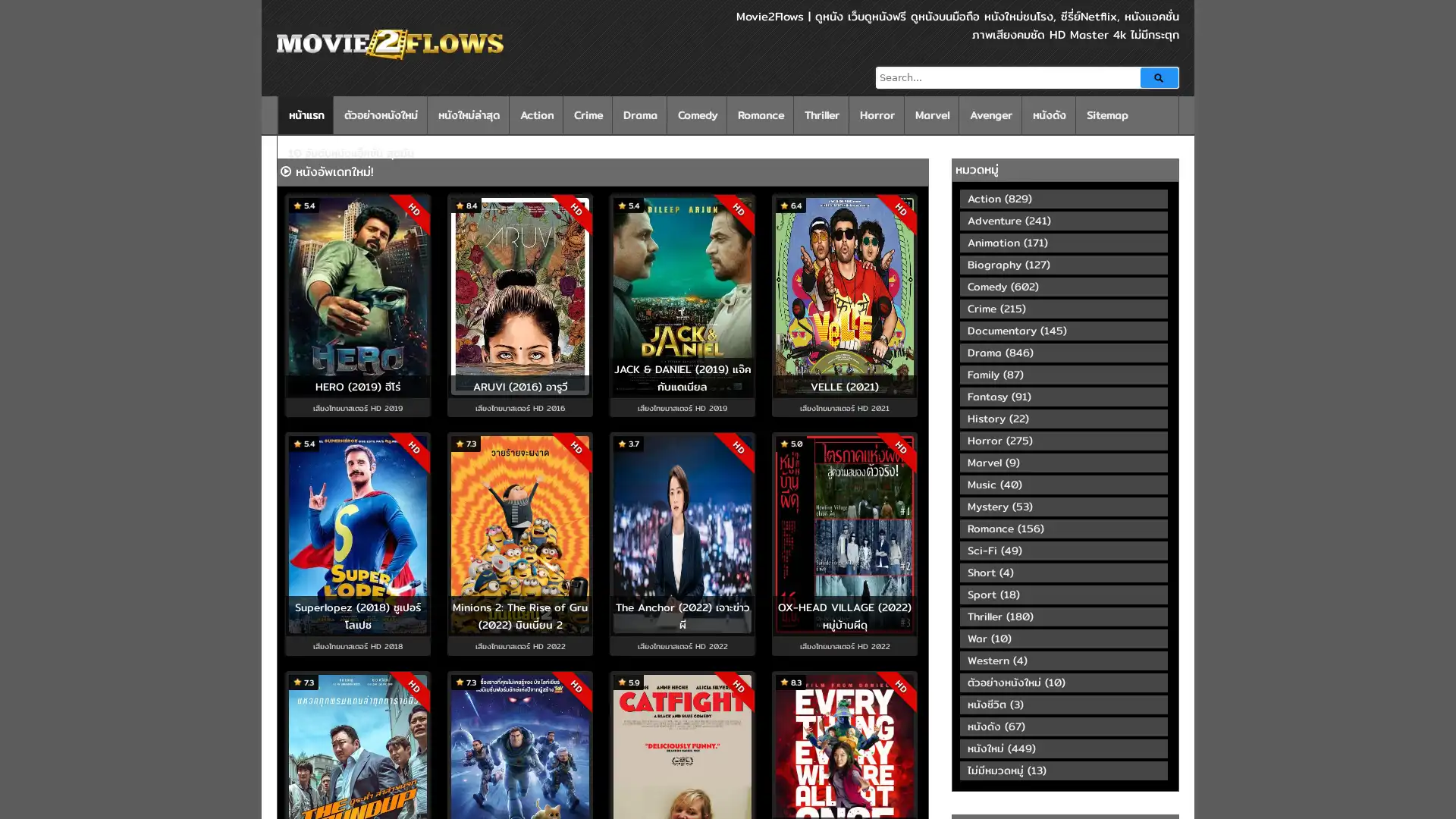 Image resolution: width=1456 pixels, height=819 pixels. I want to click on Search, so click(1159, 77).